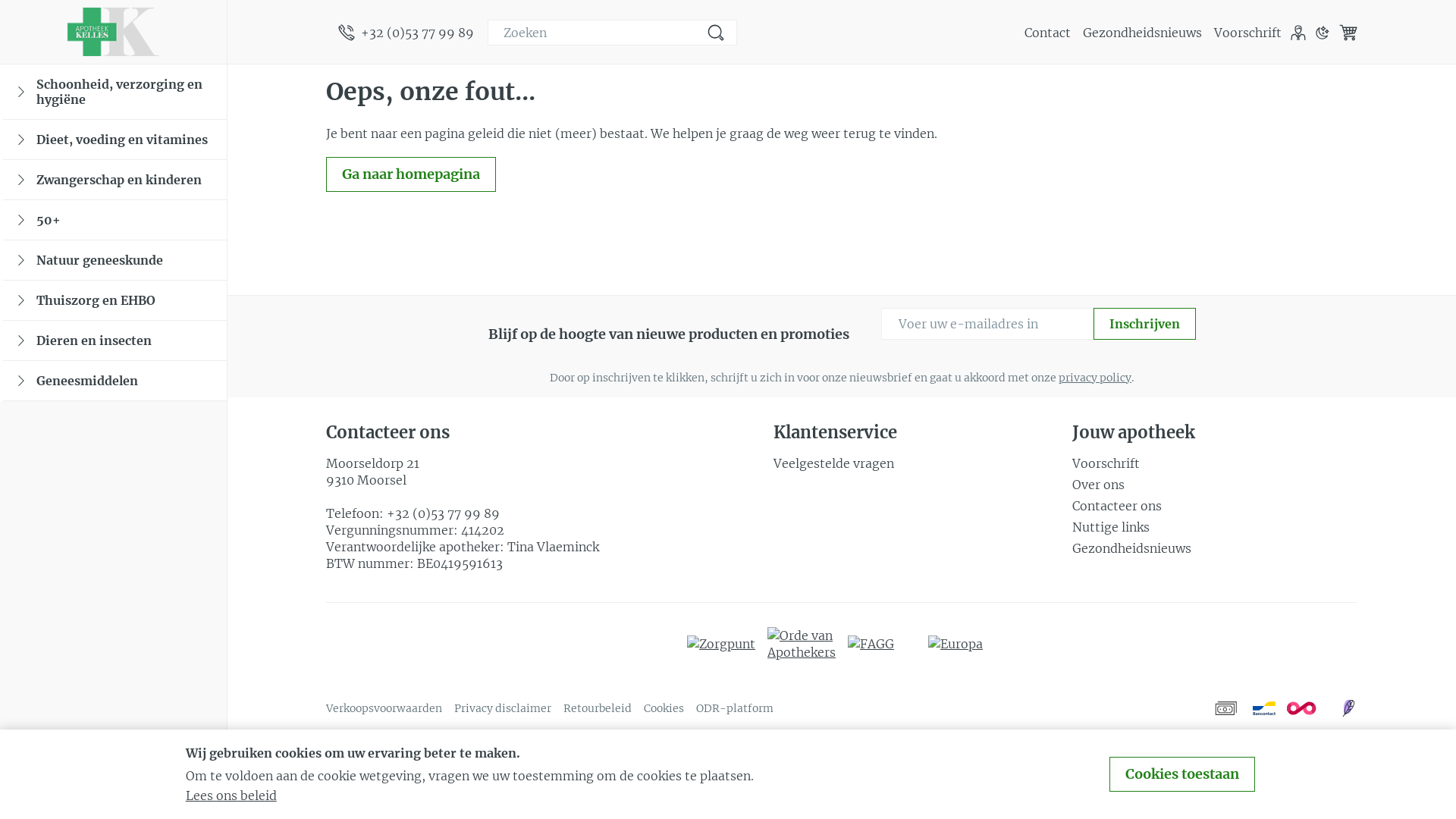  Describe the element at coordinates (1348, 32) in the screenshot. I see `'Winkelwagen'` at that location.